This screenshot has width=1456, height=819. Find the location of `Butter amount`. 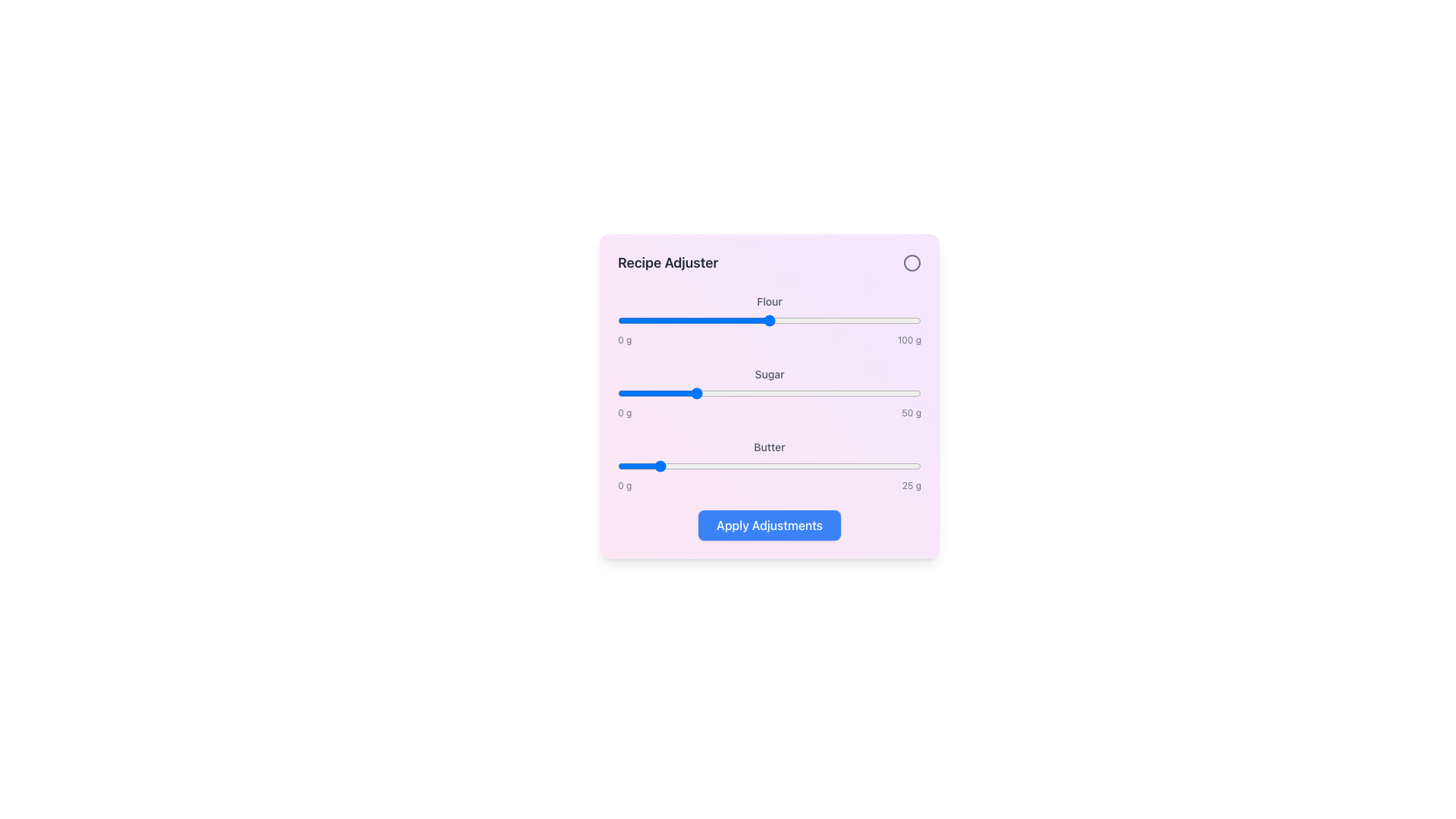

Butter amount is located at coordinates (852, 465).